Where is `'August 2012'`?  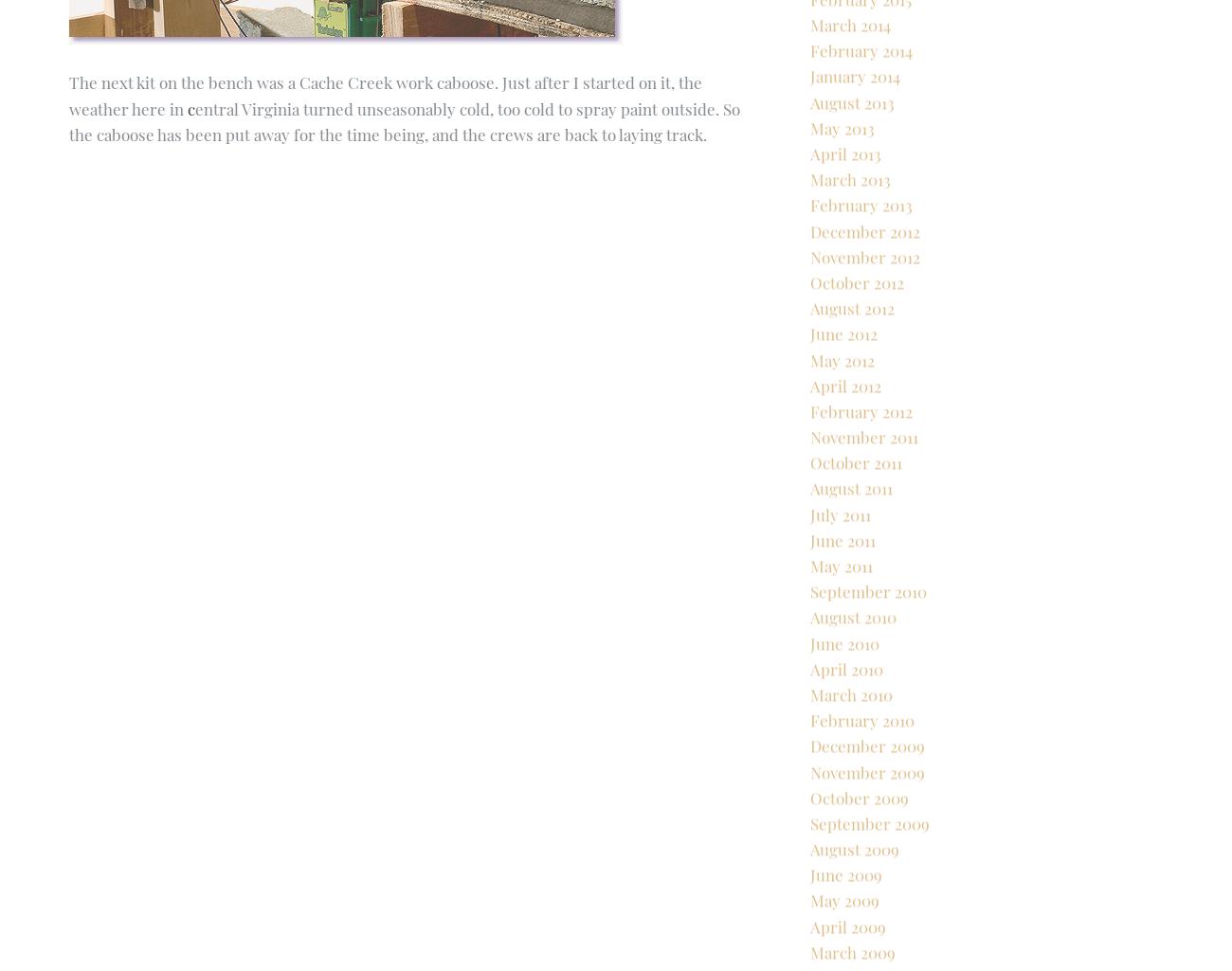 'August 2012' is located at coordinates (851, 373).